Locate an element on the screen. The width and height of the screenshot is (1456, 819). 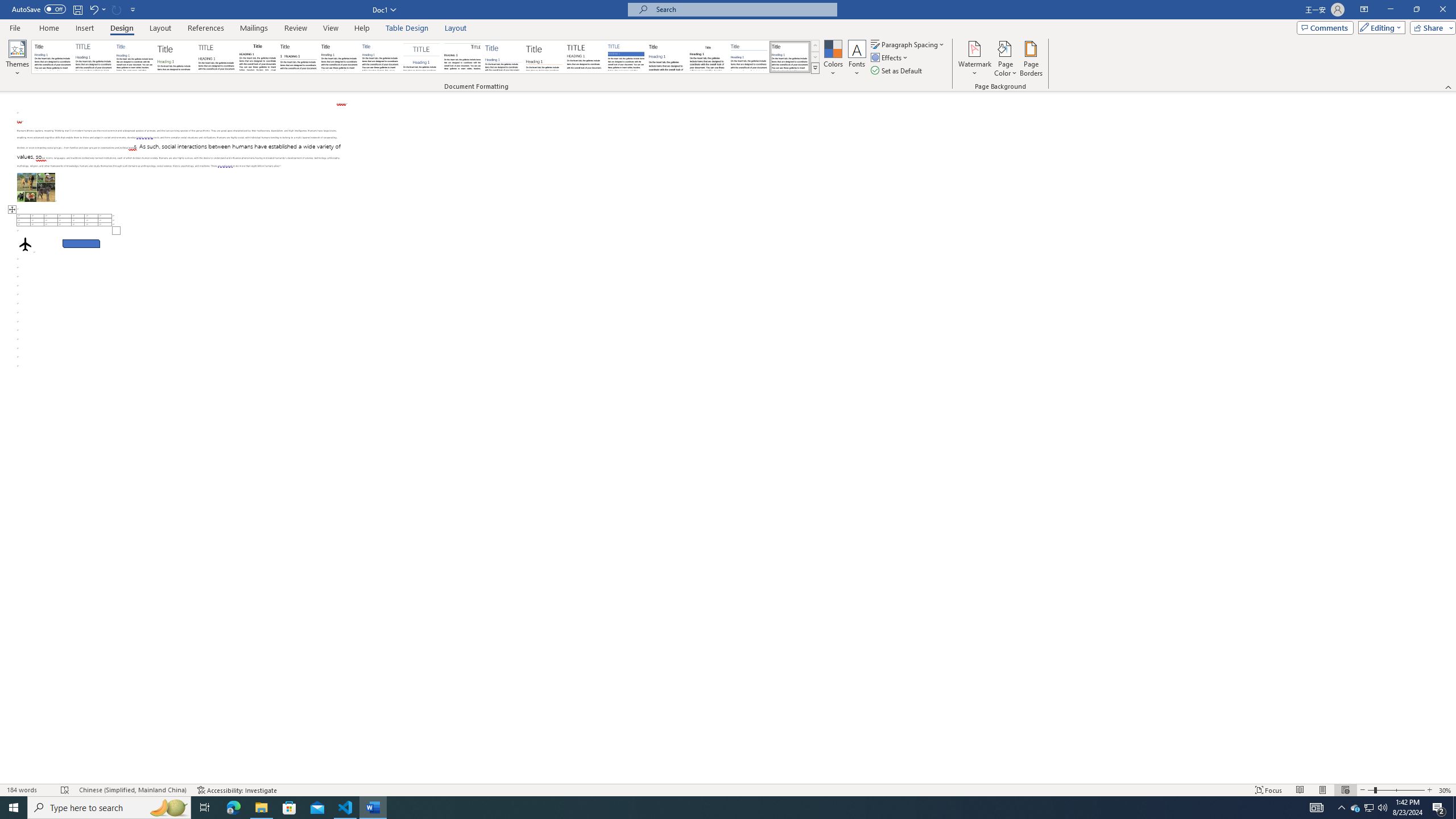
'Casual' is located at coordinates (380, 56).